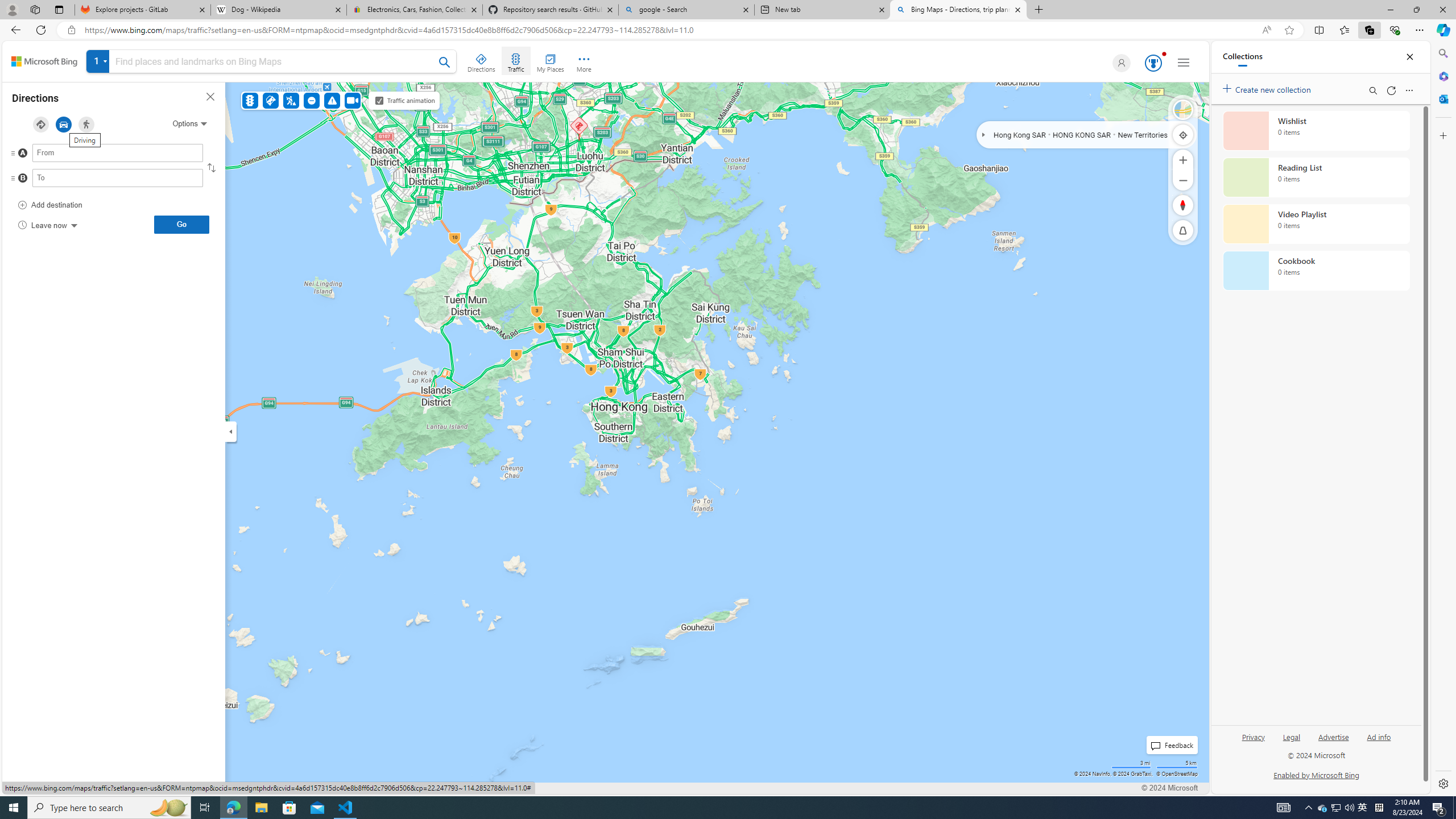  I want to click on 'google - Search', so click(685, 9).